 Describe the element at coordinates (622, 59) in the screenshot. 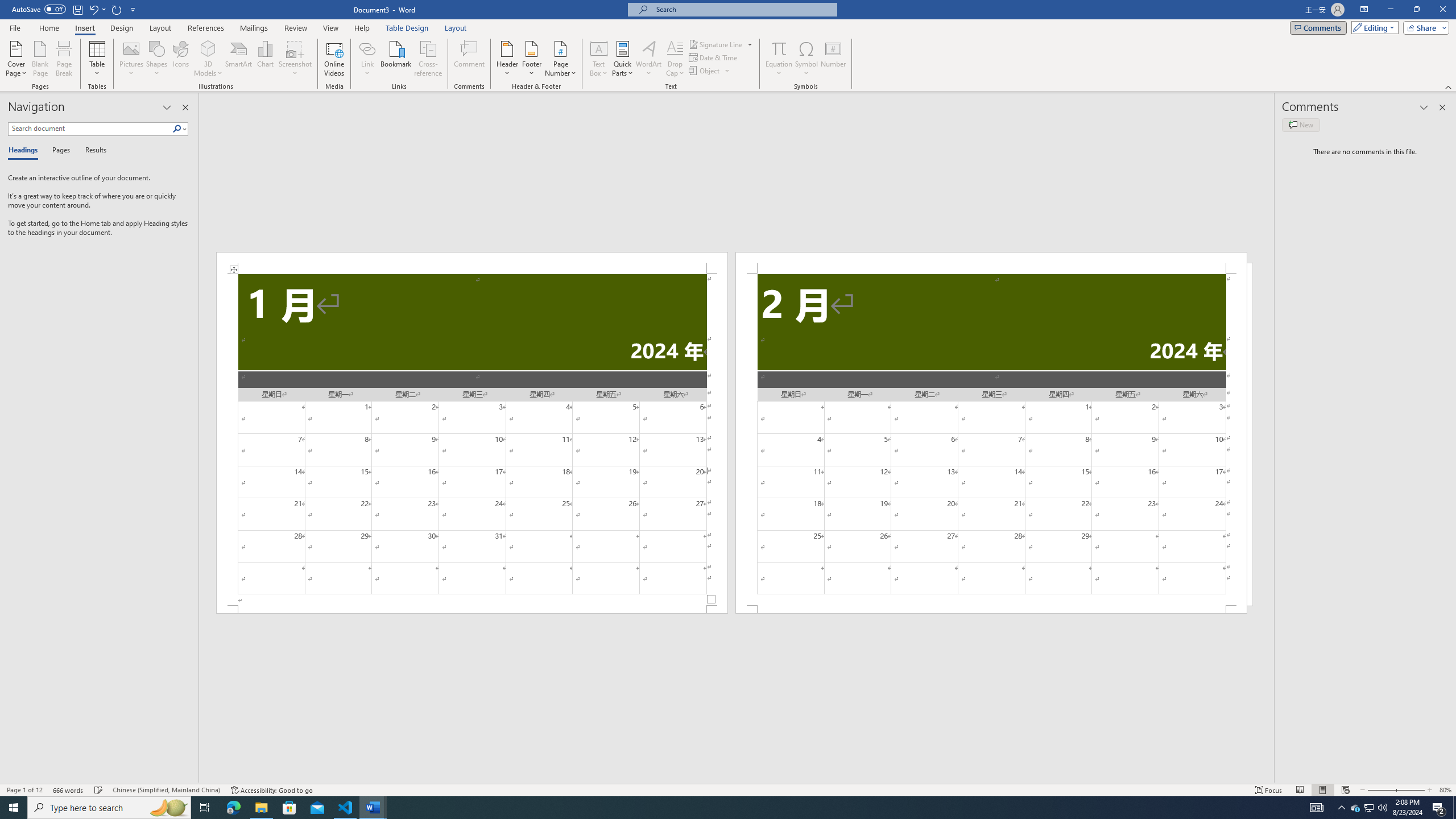

I see `'Quick Parts'` at that location.